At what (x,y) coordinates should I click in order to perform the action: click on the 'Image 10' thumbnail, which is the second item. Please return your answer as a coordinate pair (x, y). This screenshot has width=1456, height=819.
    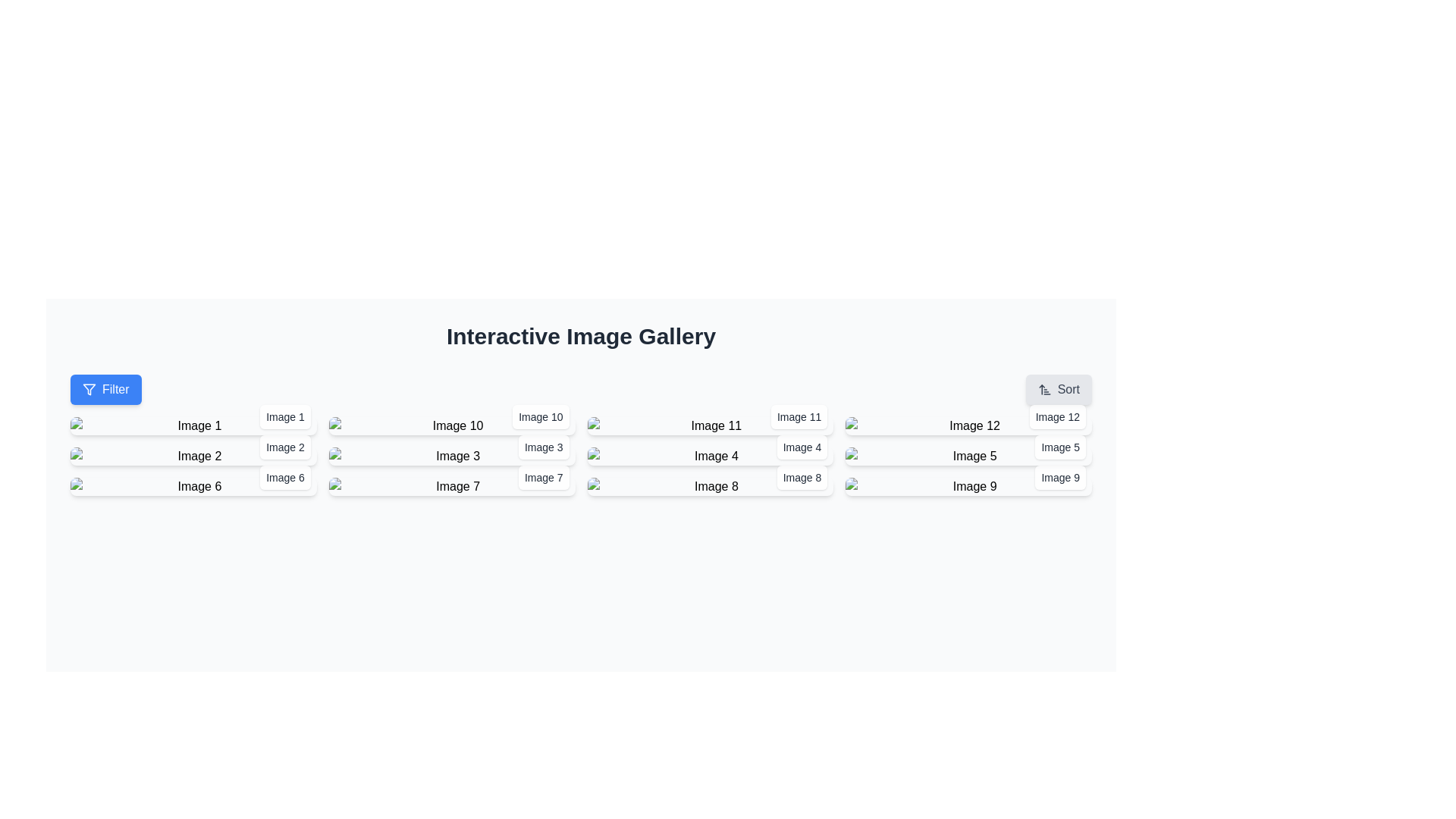
    Looking at the image, I should click on (451, 426).